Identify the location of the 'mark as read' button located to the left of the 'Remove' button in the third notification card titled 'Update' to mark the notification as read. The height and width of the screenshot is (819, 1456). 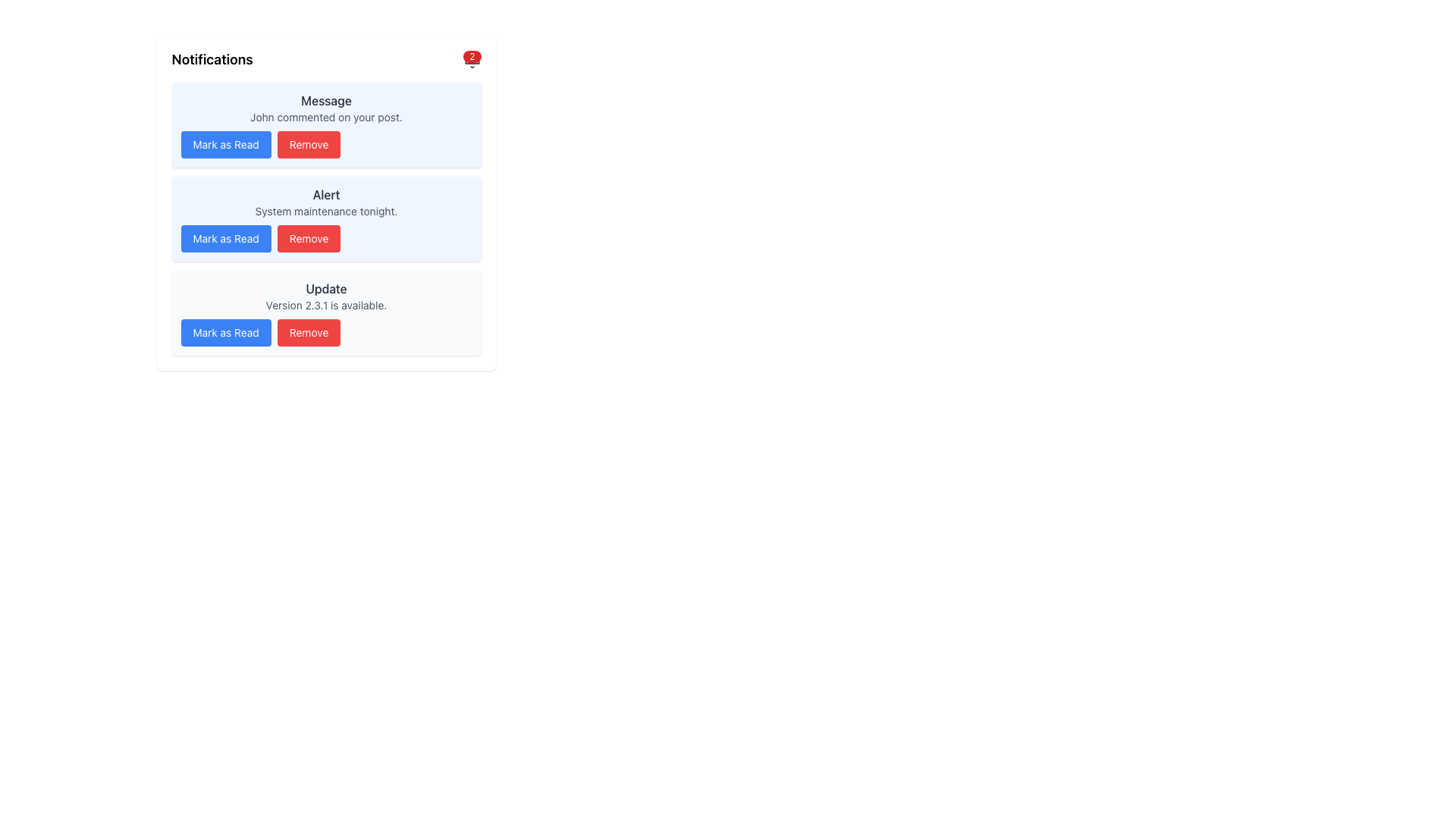
(225, 332).